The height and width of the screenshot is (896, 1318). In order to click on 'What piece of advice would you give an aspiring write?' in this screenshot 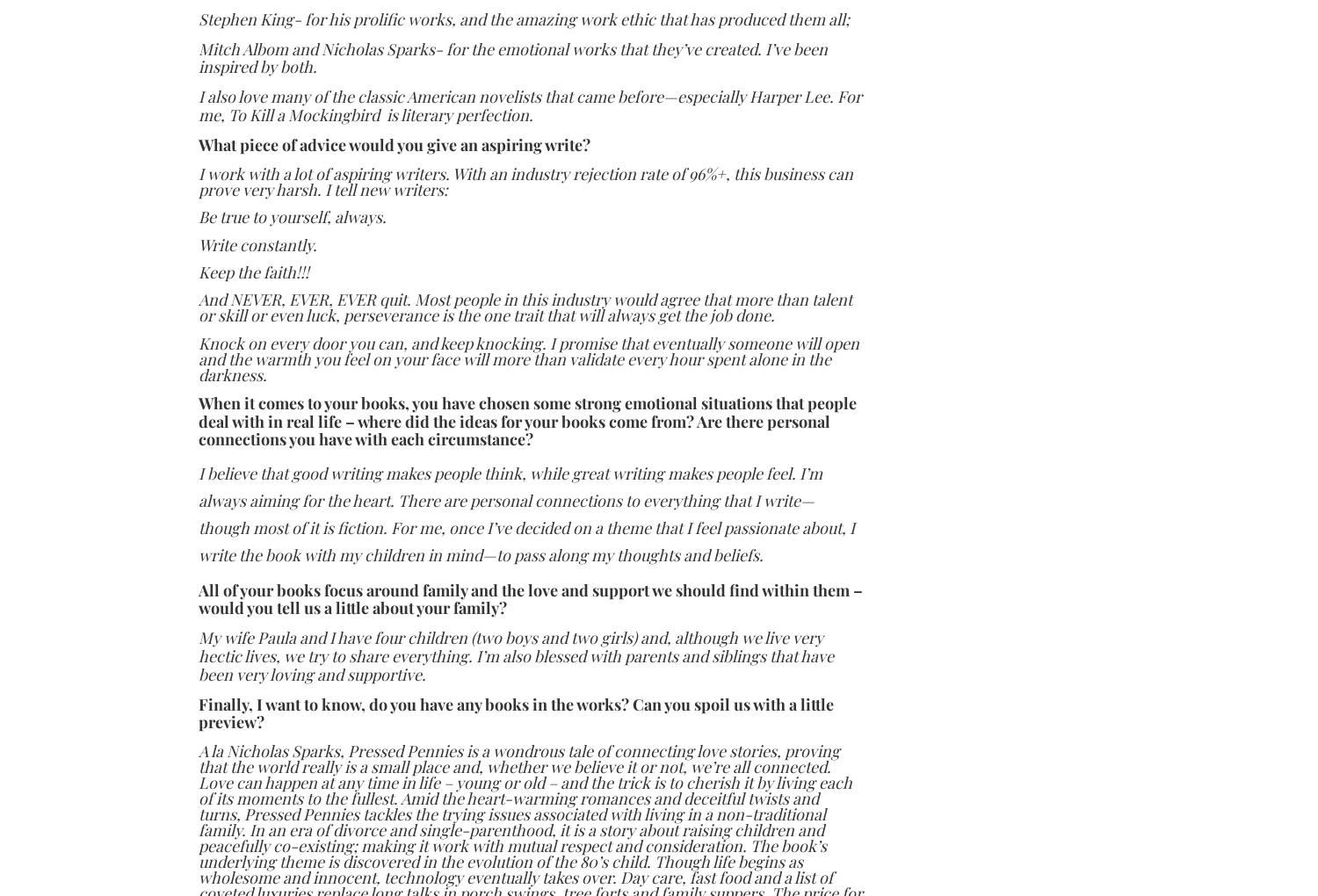, I will do `click(393, 144)`.